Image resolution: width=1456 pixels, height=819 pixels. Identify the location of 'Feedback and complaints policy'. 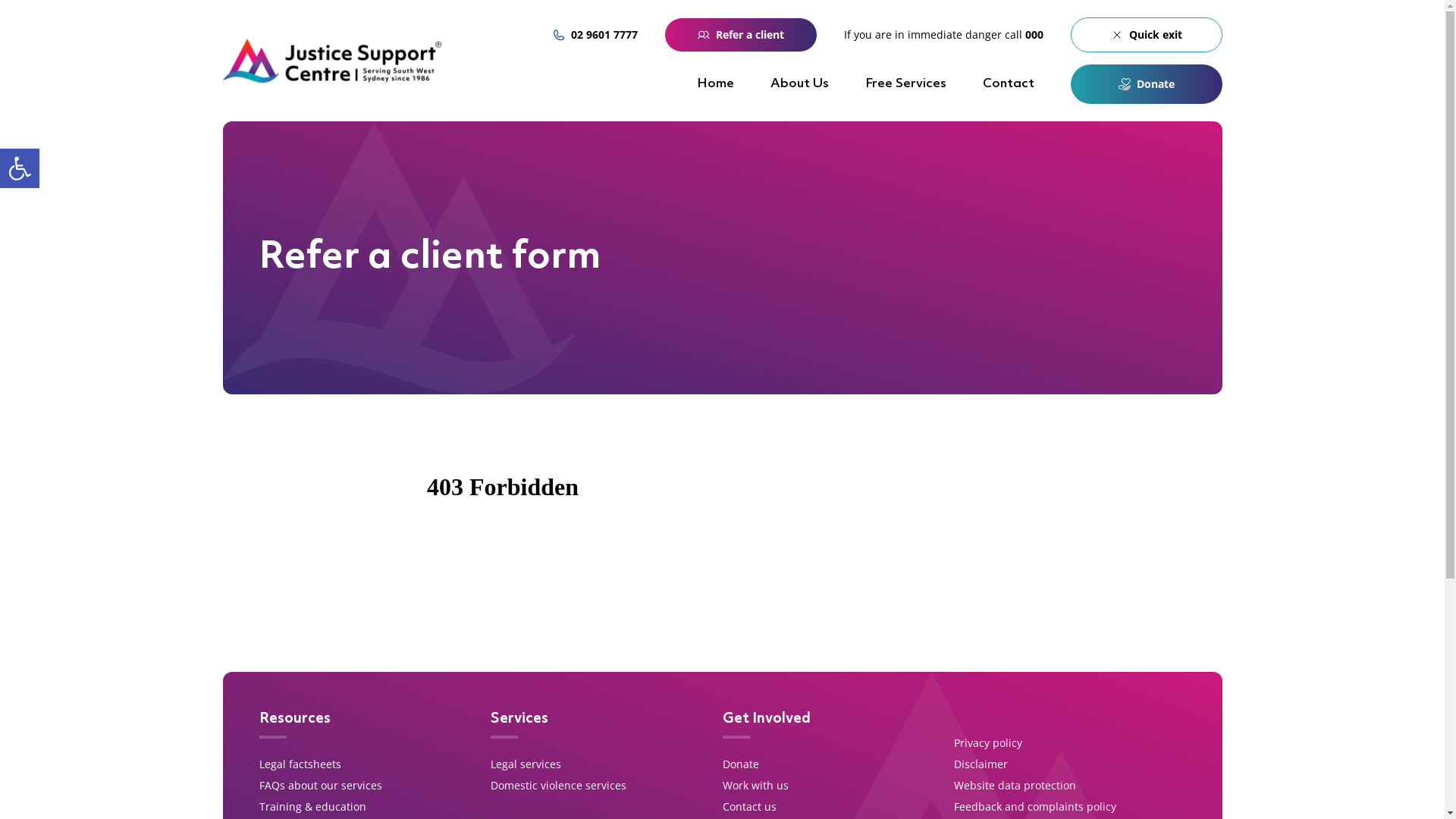
(1034, 805).